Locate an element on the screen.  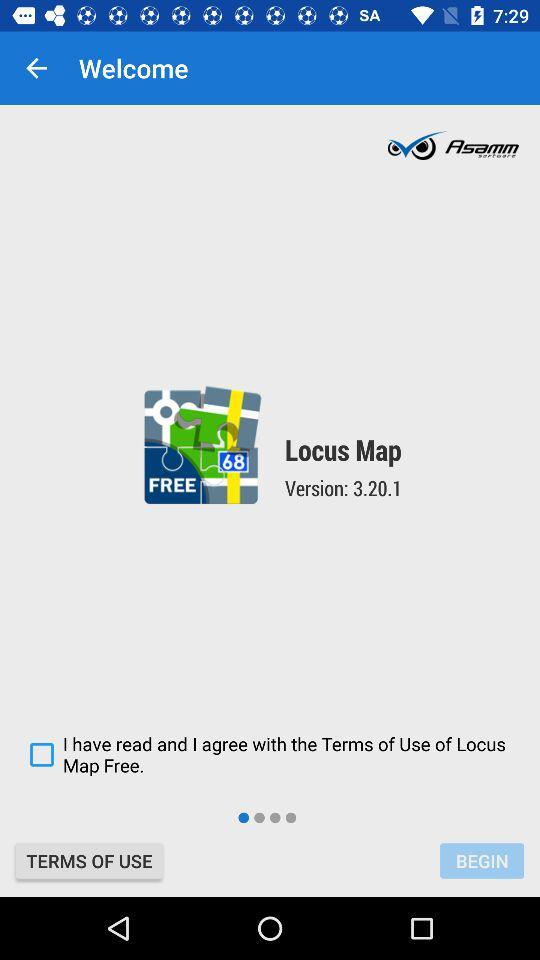
the begin at the bottom right corner is located at coordinates (481, 860).